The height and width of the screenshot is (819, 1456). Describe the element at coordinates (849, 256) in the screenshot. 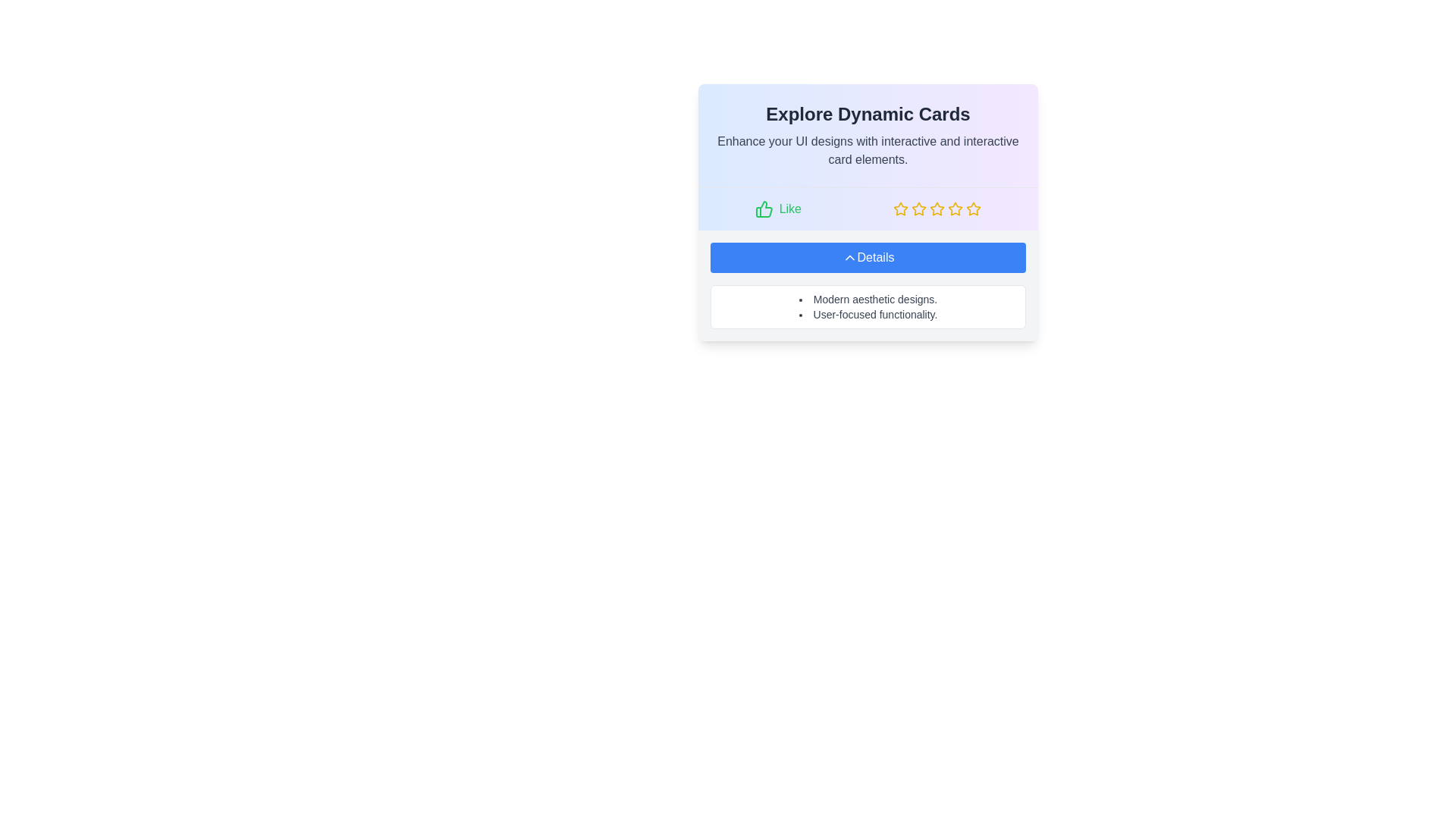

I see `the leftmost icon inside the 'Details' button, which indicates the expansion or collapse of additional details` at that location.